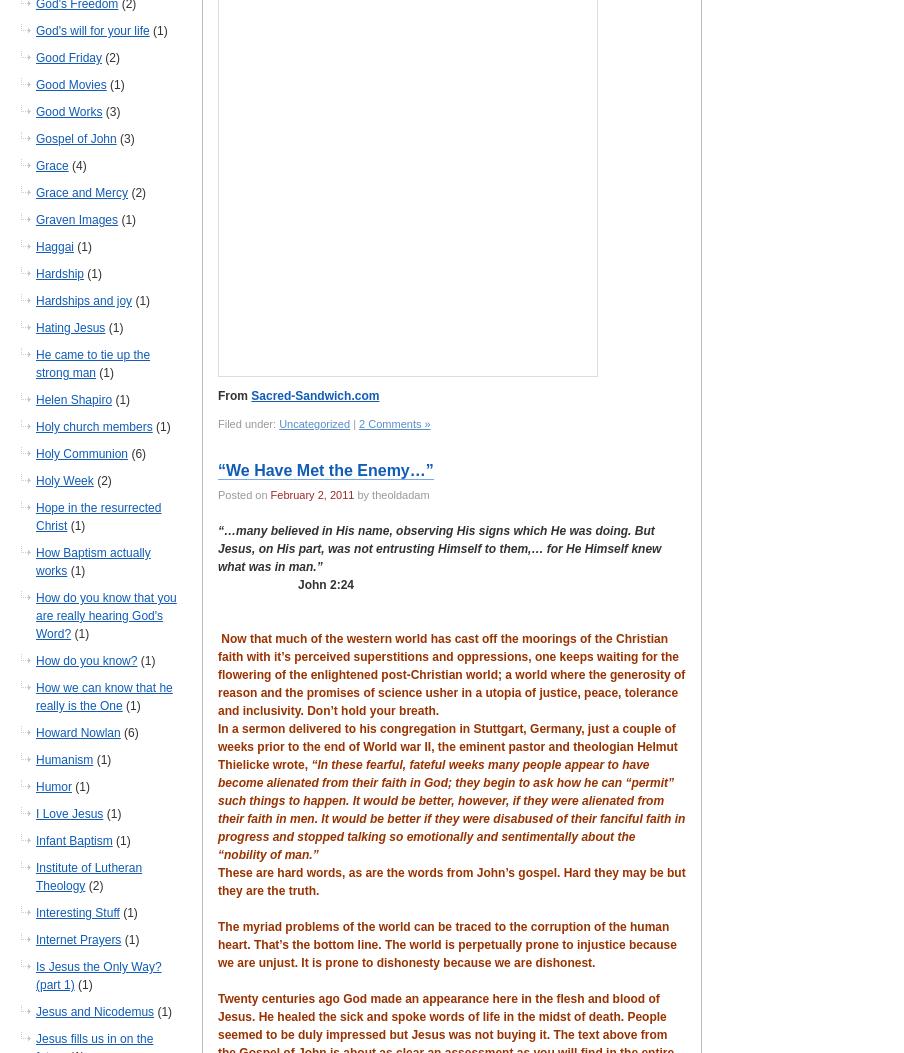 Image resolution: width=904 pixels, height=1053 pixels. What do you see at coordinates (95, 1011) in the screenshot?
I see `'Jesus and Nicodemus'` at bounding box center [95, 1011].